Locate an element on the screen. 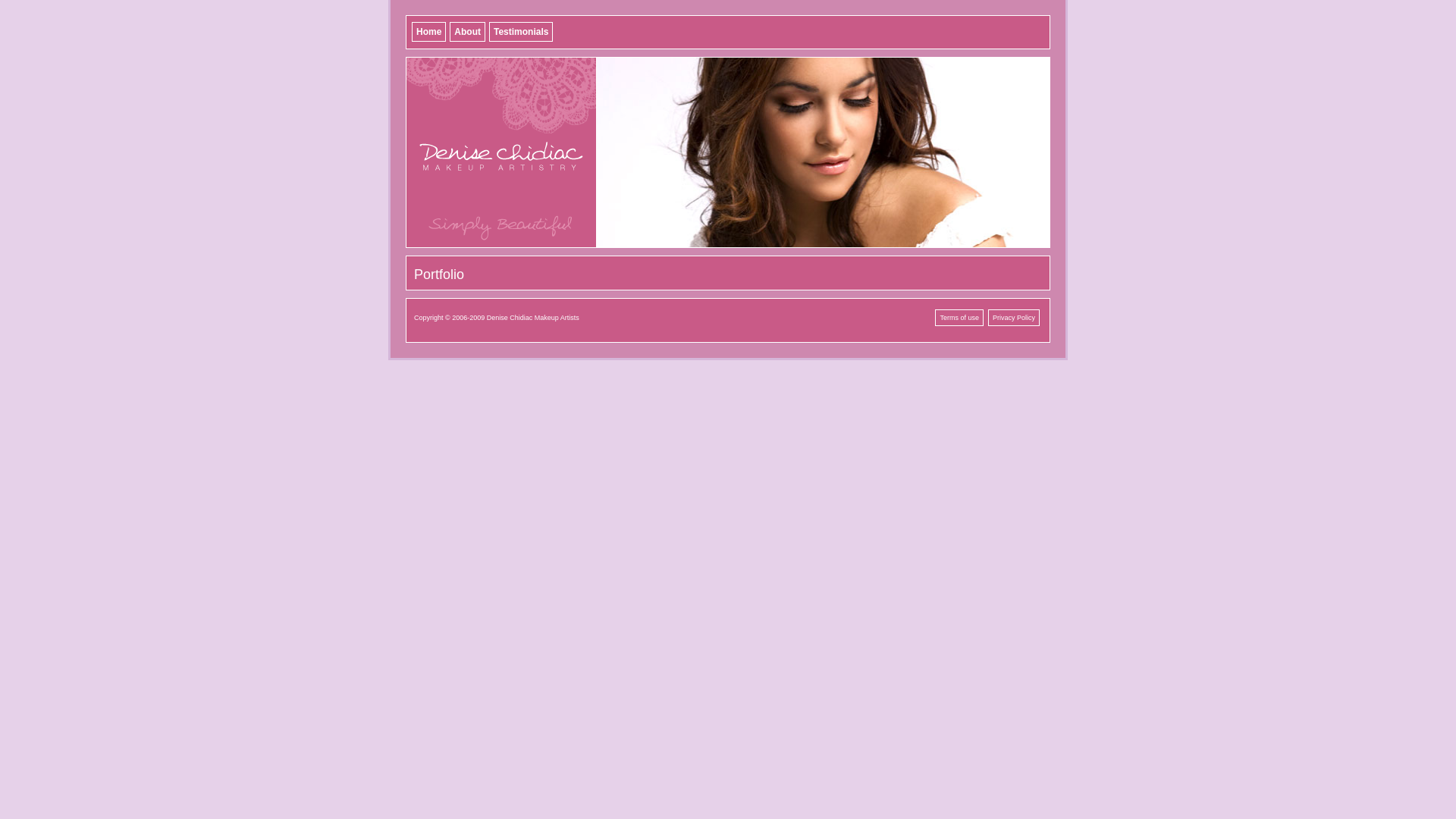  'About' is located at coordinates (466, 32).